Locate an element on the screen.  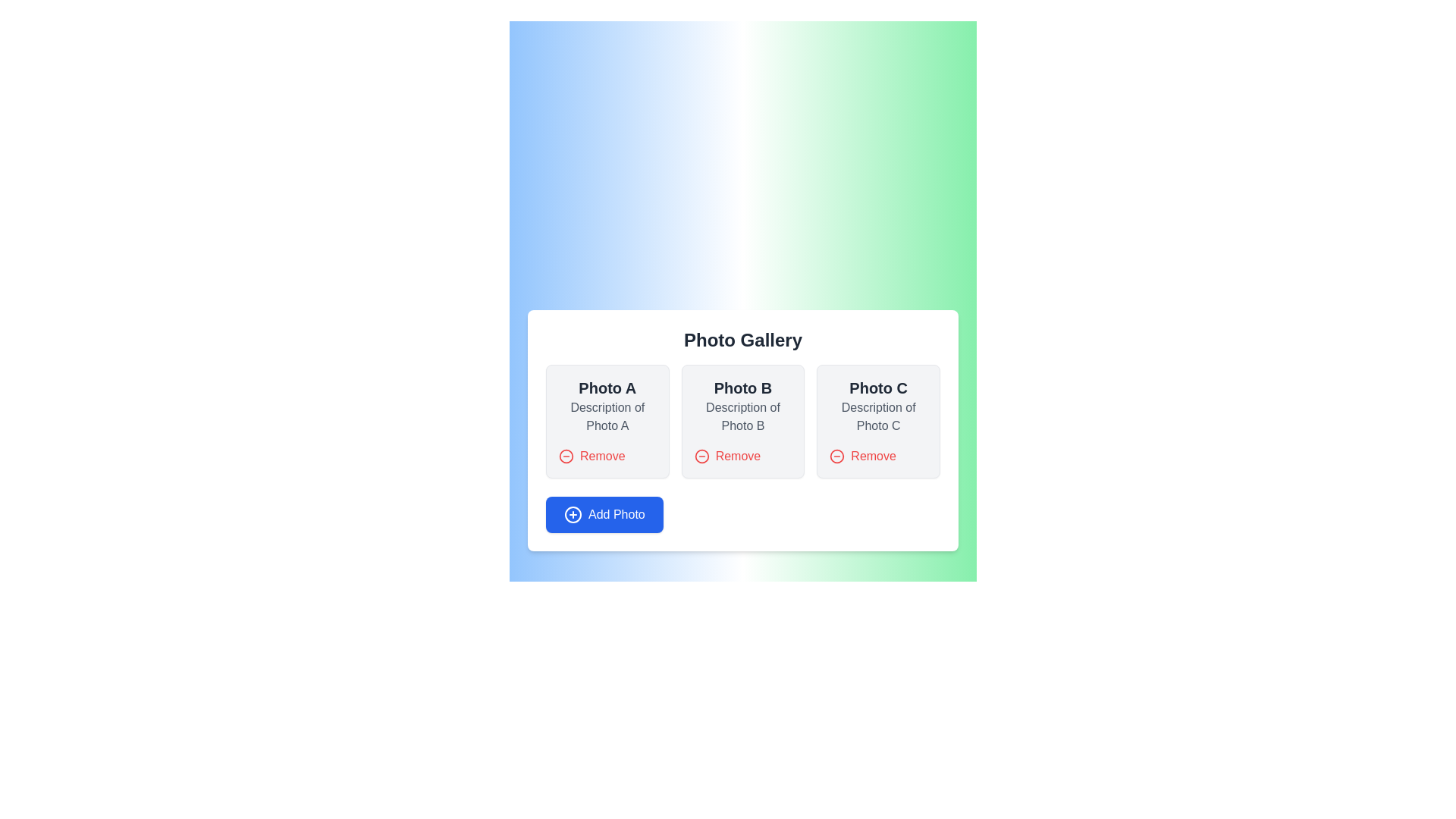
the interactive icon for removing 'Photo B' from the gallery is located at coordinates (701, 455).